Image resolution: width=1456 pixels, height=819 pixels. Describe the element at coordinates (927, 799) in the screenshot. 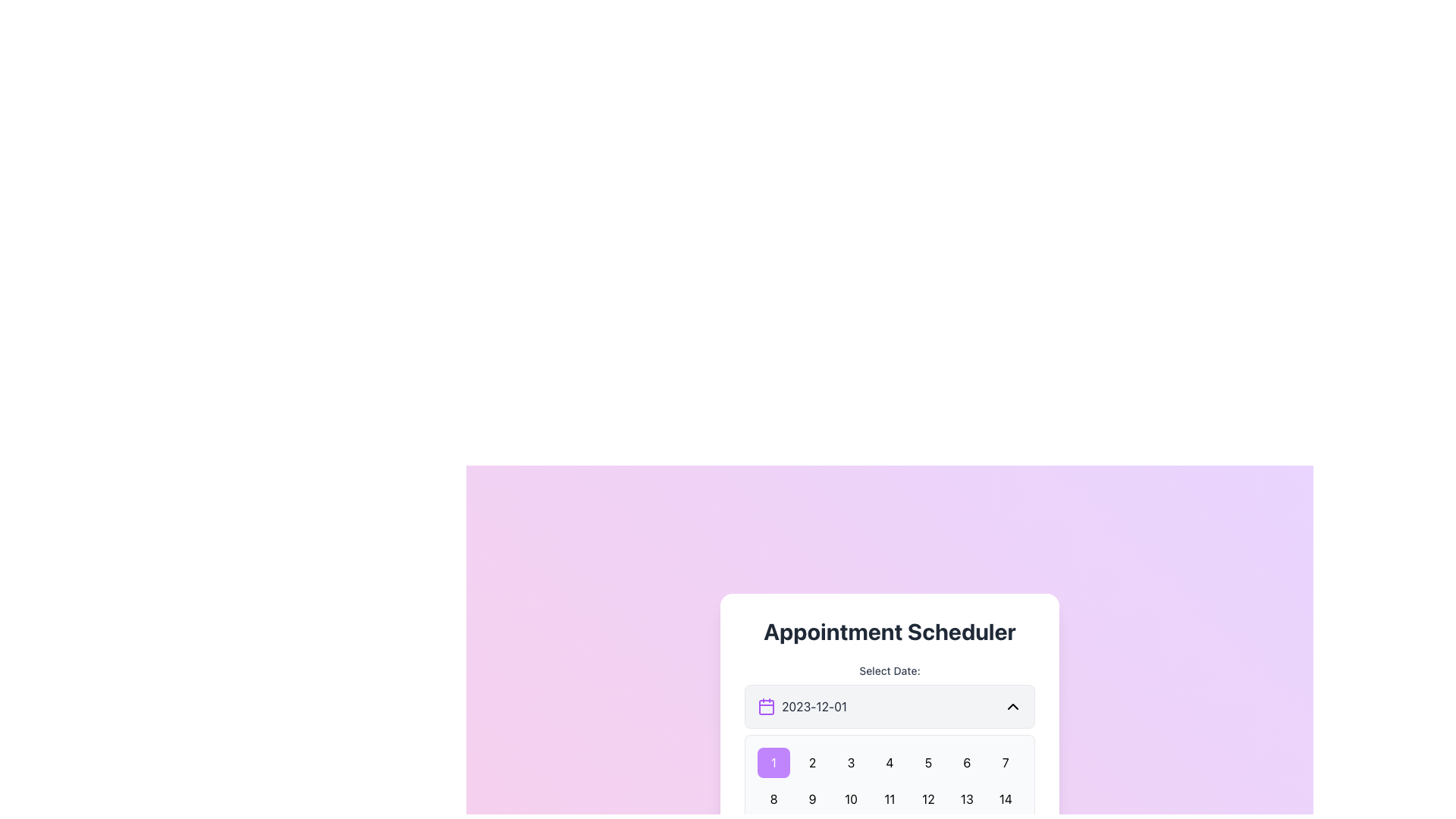

I see `the selectable day button for the 12th day in the calendar interface` at that location.